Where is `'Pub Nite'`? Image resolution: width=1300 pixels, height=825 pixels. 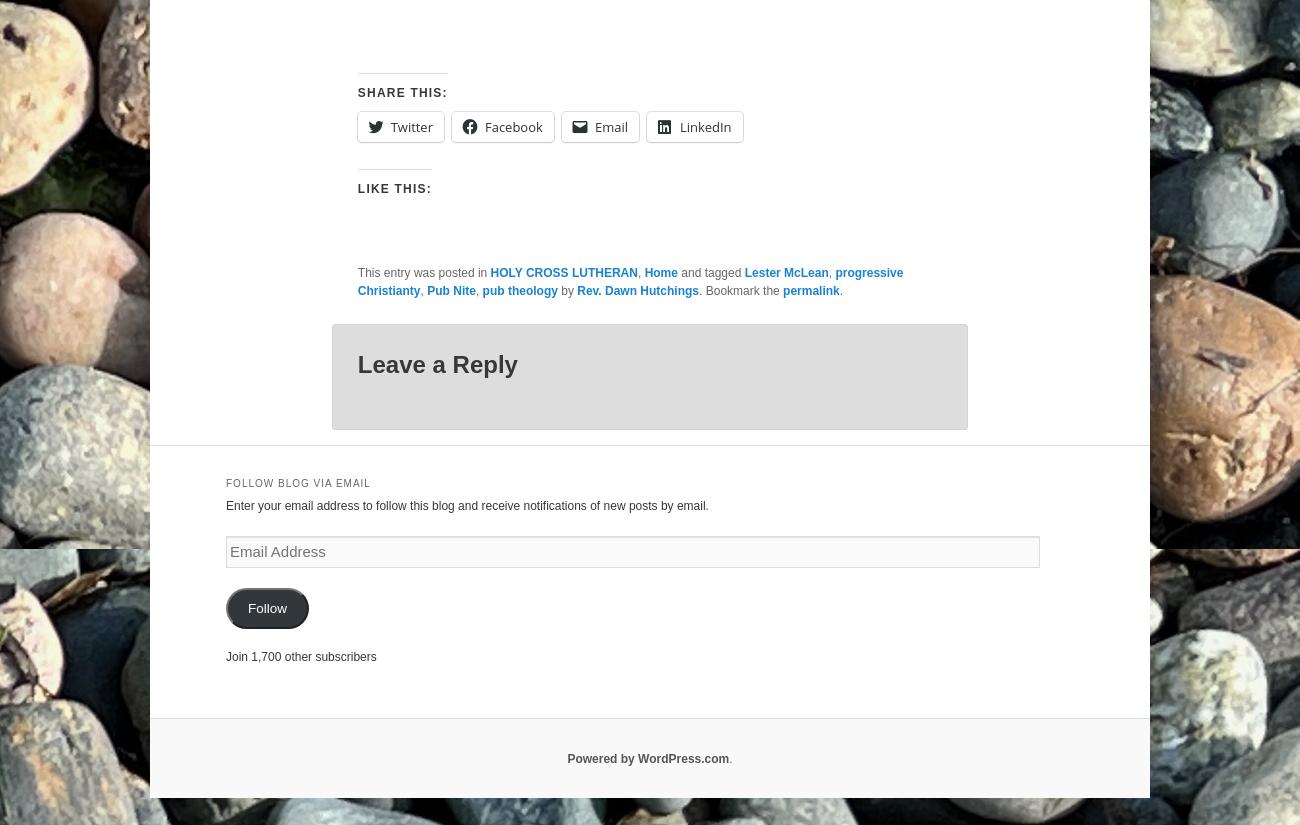
'Pub Nite' is located at coordinates (449, 289).